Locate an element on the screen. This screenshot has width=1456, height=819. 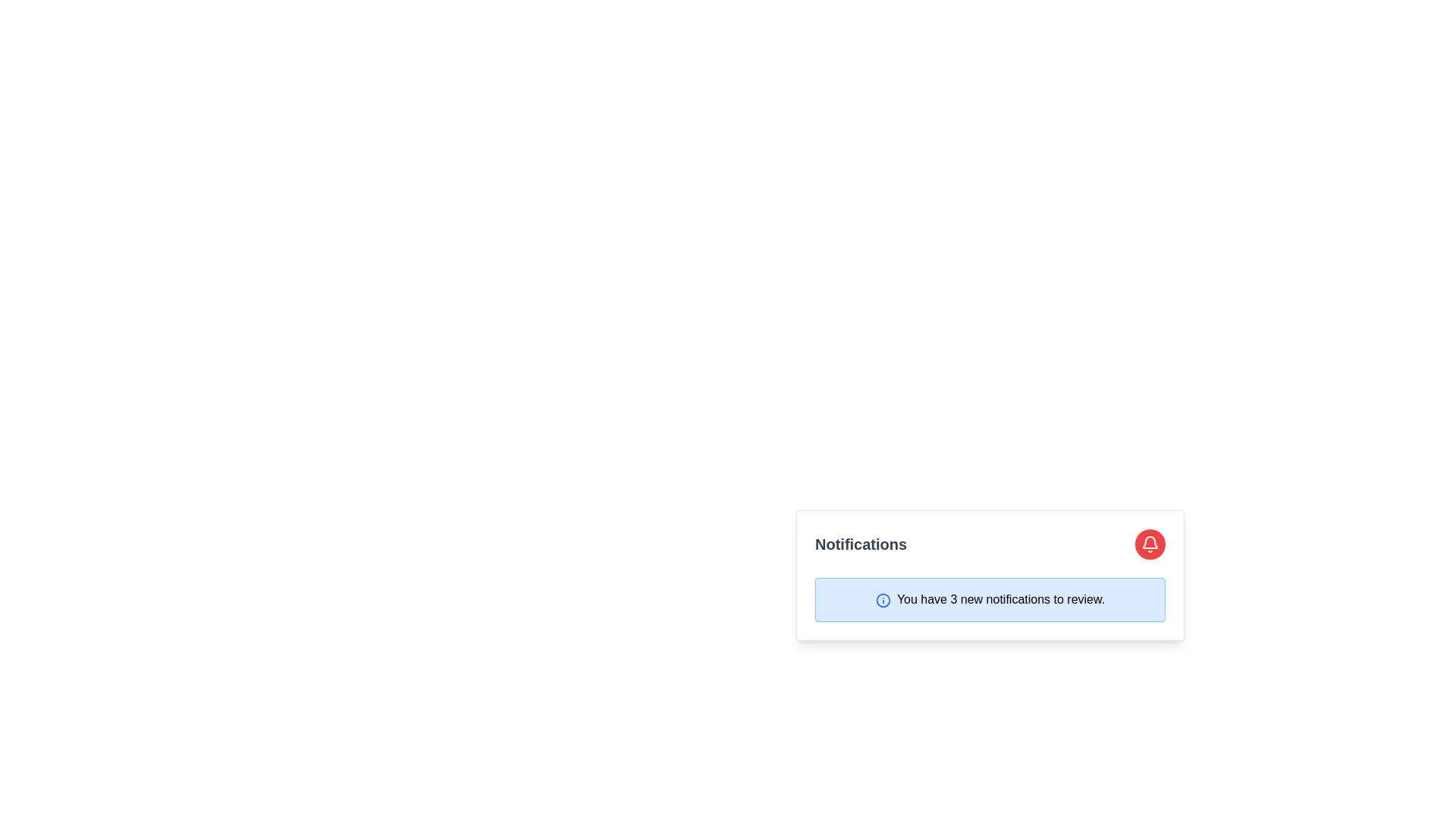
the text notification indicating 'You have 3 new notifications to review.' which is displayed in a light blue rectangular card with rounded corners and an information icon is located at coordinates (990, 598).